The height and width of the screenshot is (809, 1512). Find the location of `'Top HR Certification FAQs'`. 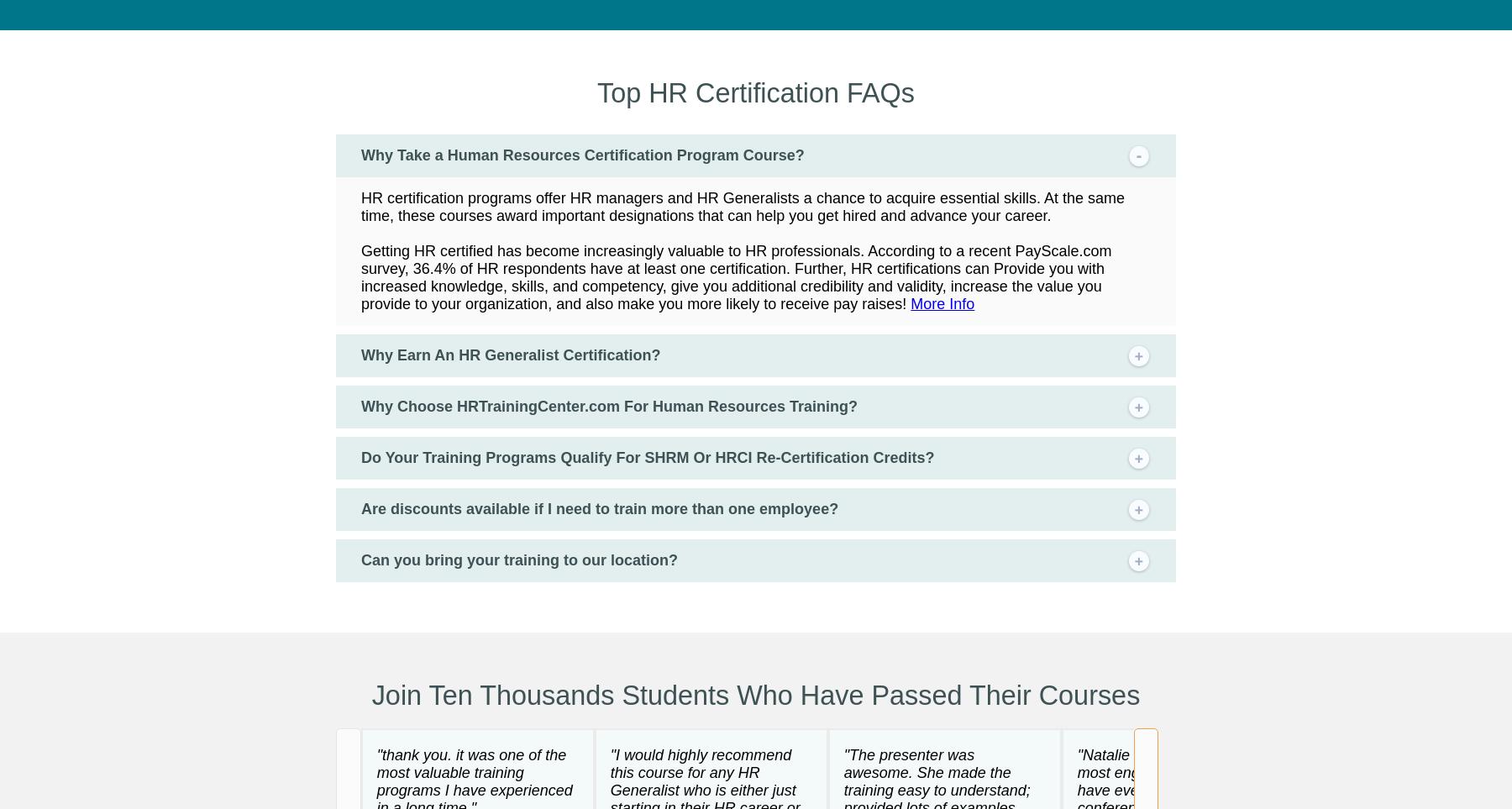

'Top HR Certification FAQs' is located at coordinates (755, 91).